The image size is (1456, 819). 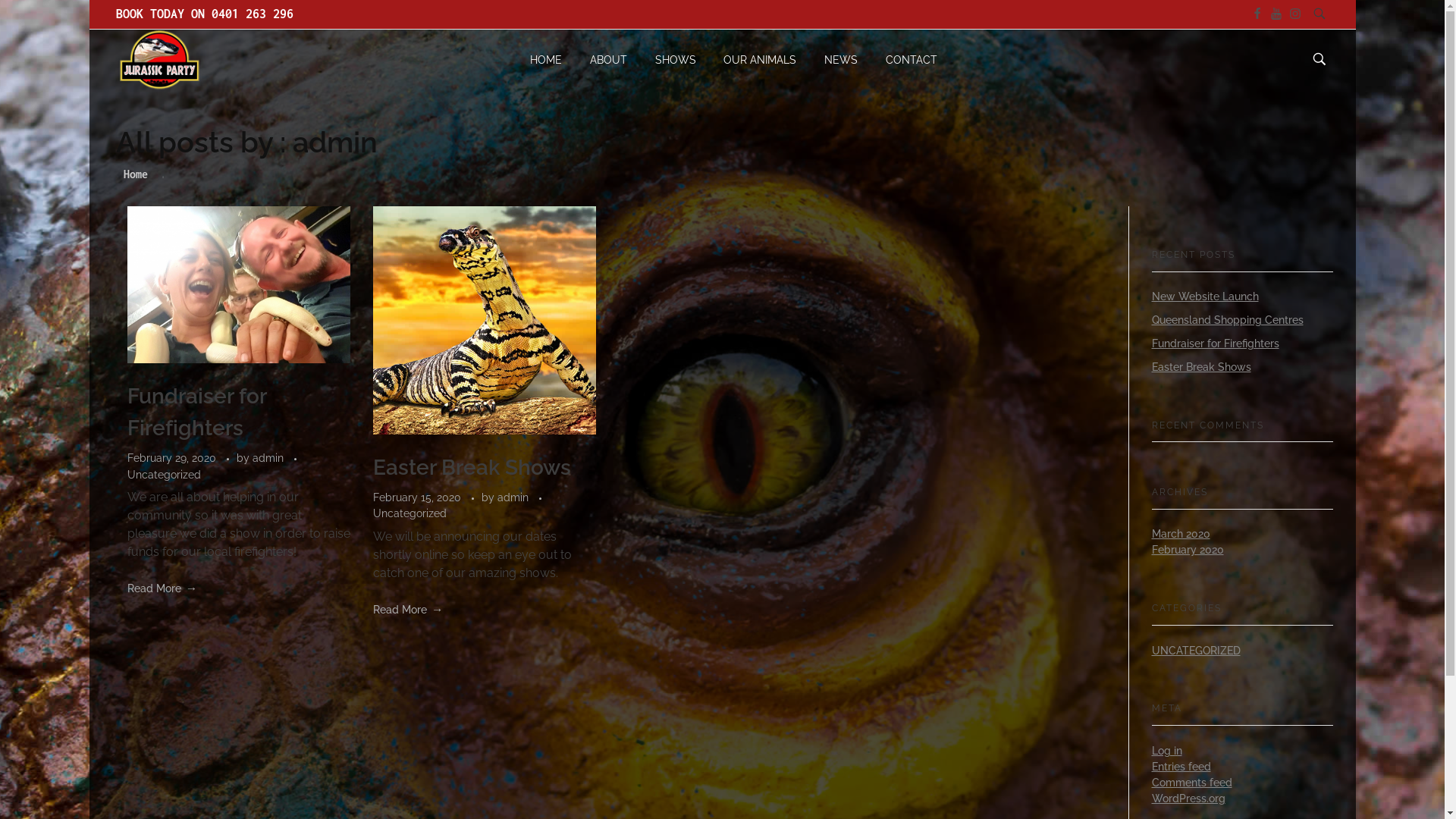 I want to click on 'Home', so click(x=134, y=173).